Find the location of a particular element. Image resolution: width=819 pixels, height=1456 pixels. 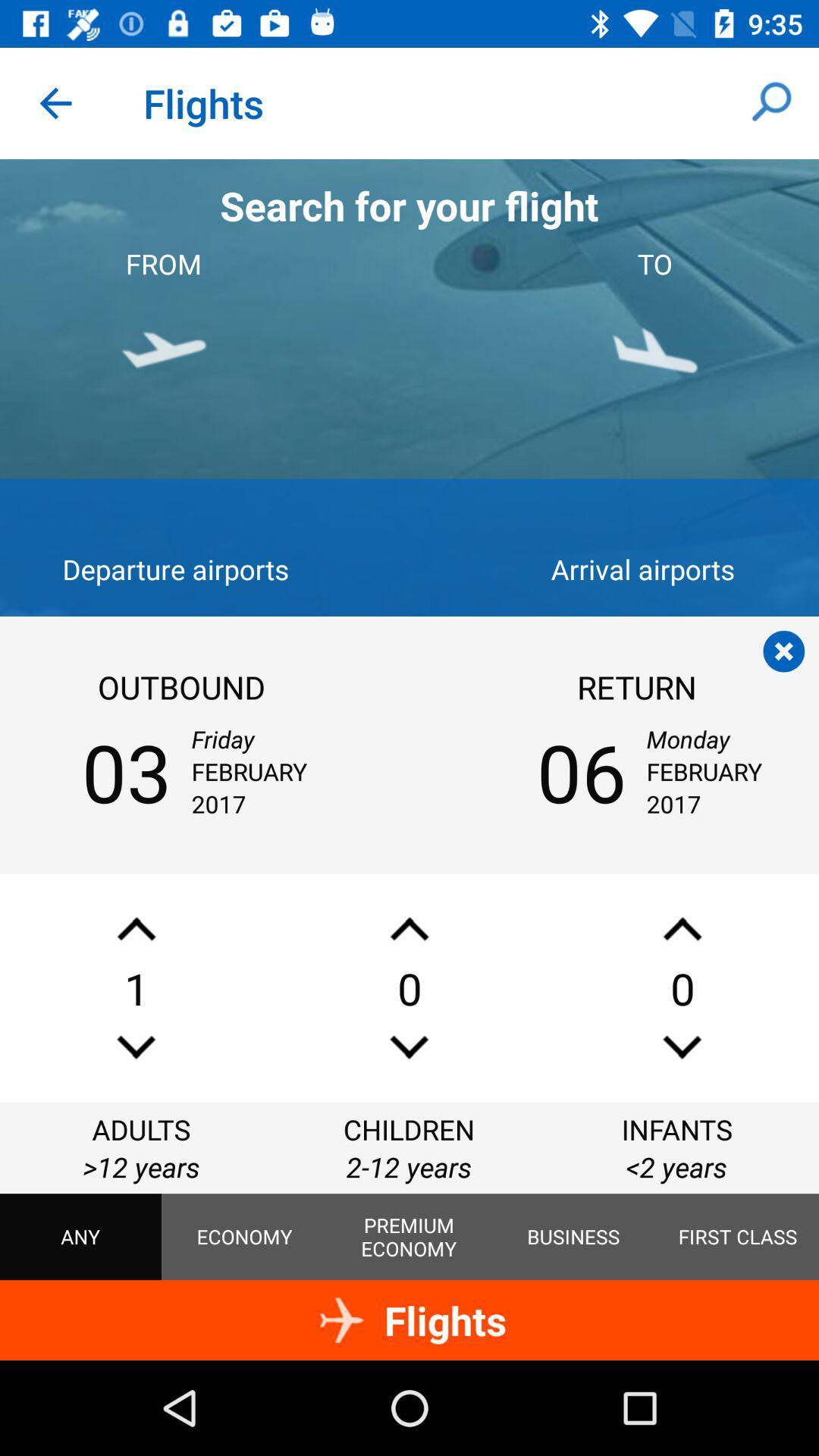

item next to flights app is located at coordinates (55, 102).